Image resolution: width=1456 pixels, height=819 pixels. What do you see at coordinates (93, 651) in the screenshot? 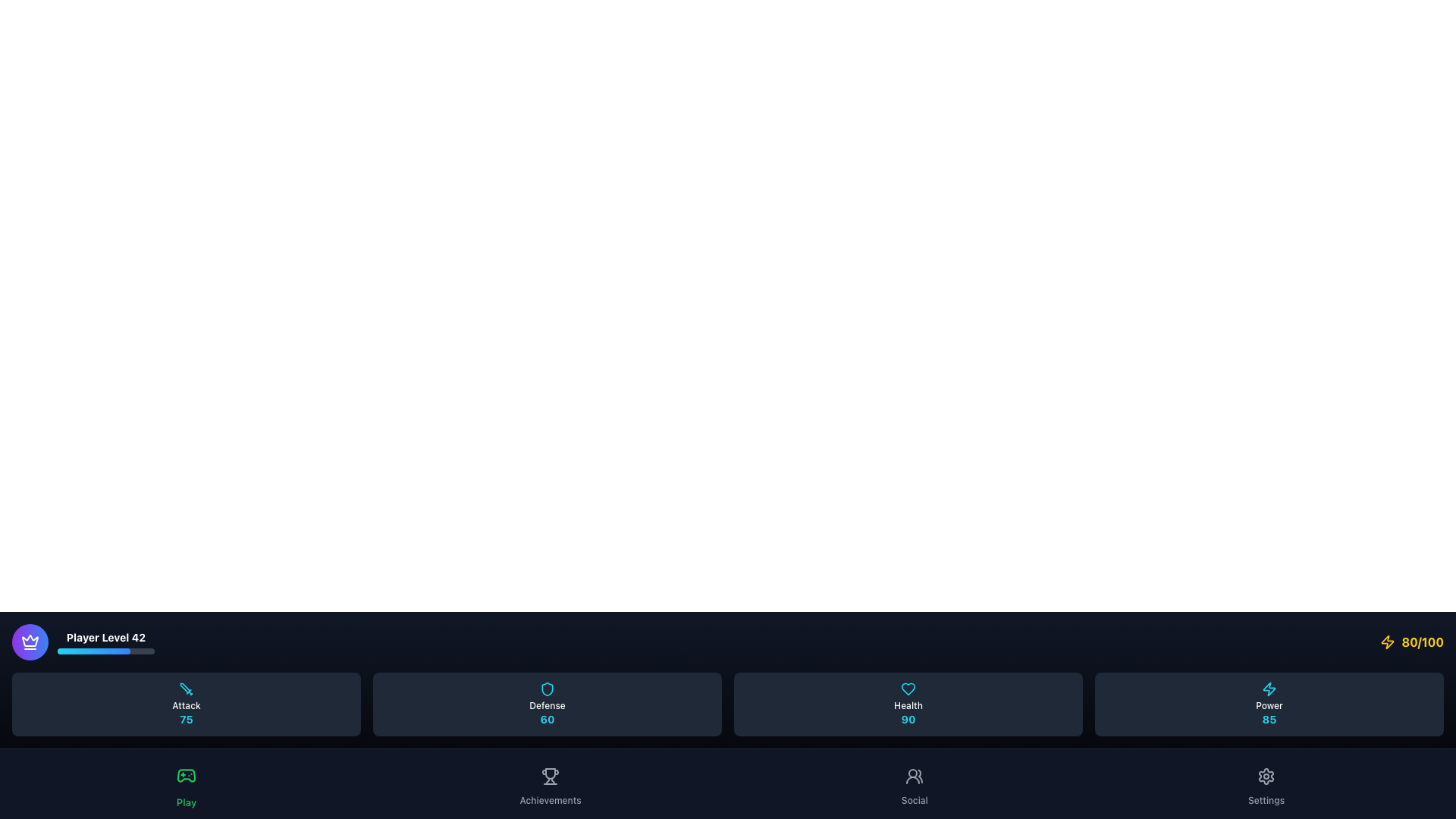
I see `the Progress indicator bar, which is a horizontal bar with a gradient fill transitioning from cyan to blue, located inside a larger rounded progress bar near the 'Player Level 42' label` at bounding box center [93, 651].